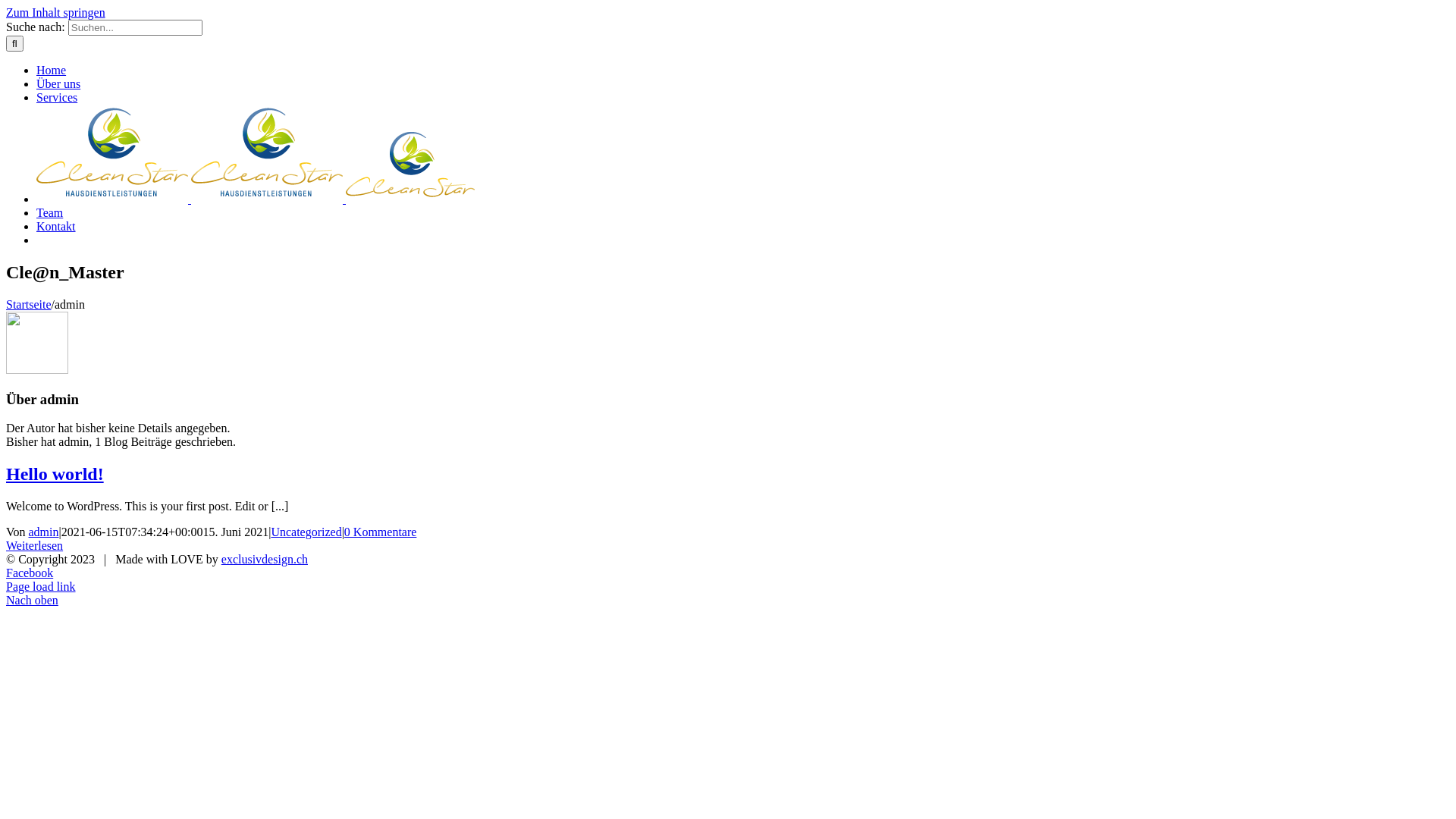 The height and width of the screenshot is (819, 1456). I want to click on 'exclusivdesign.ch', so click(265, 559).